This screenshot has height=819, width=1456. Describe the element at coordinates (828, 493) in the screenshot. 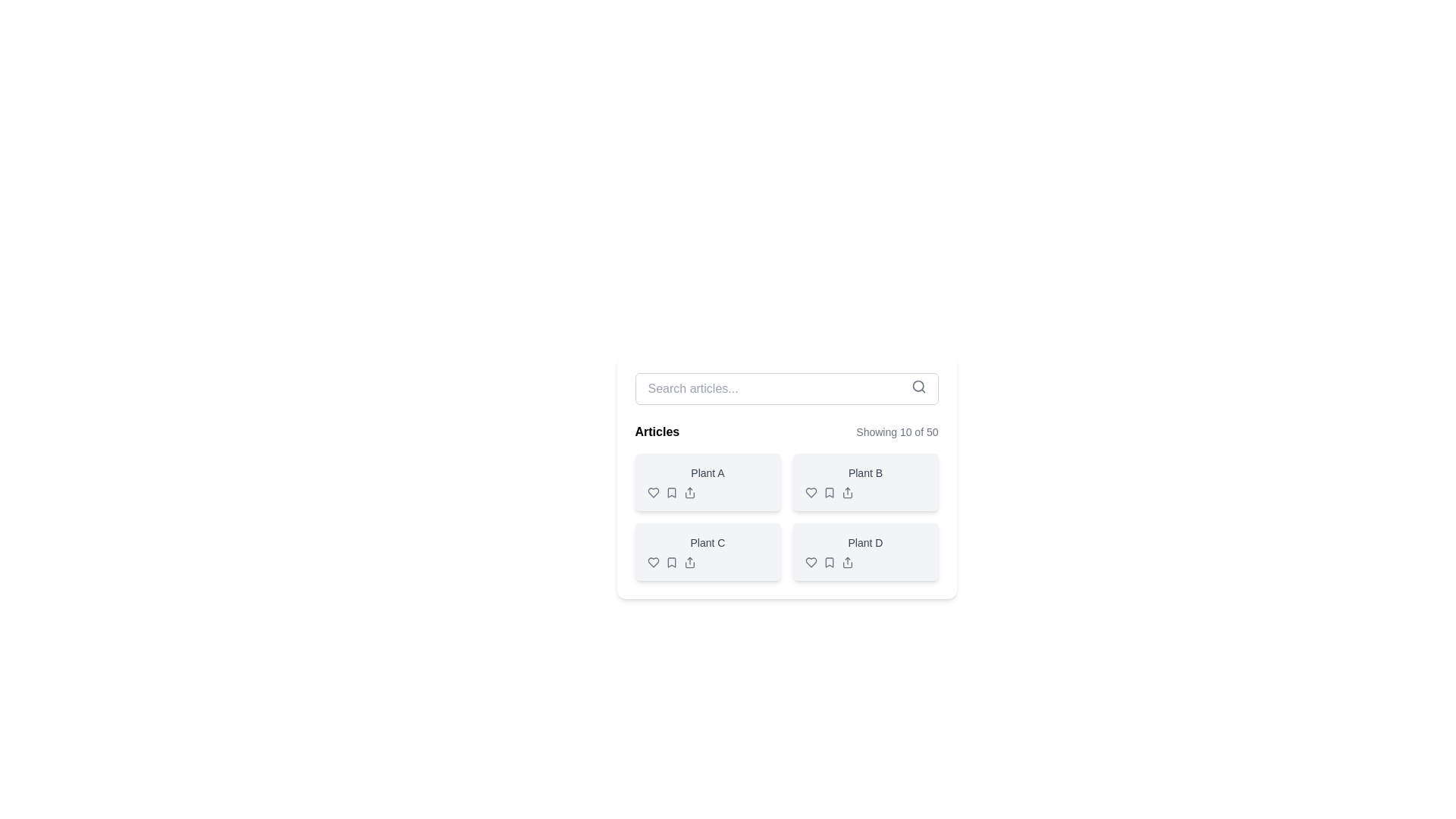

I see `the bookmark icon, which is the second icon under the 'Plant B' card in the article grid` at that location.